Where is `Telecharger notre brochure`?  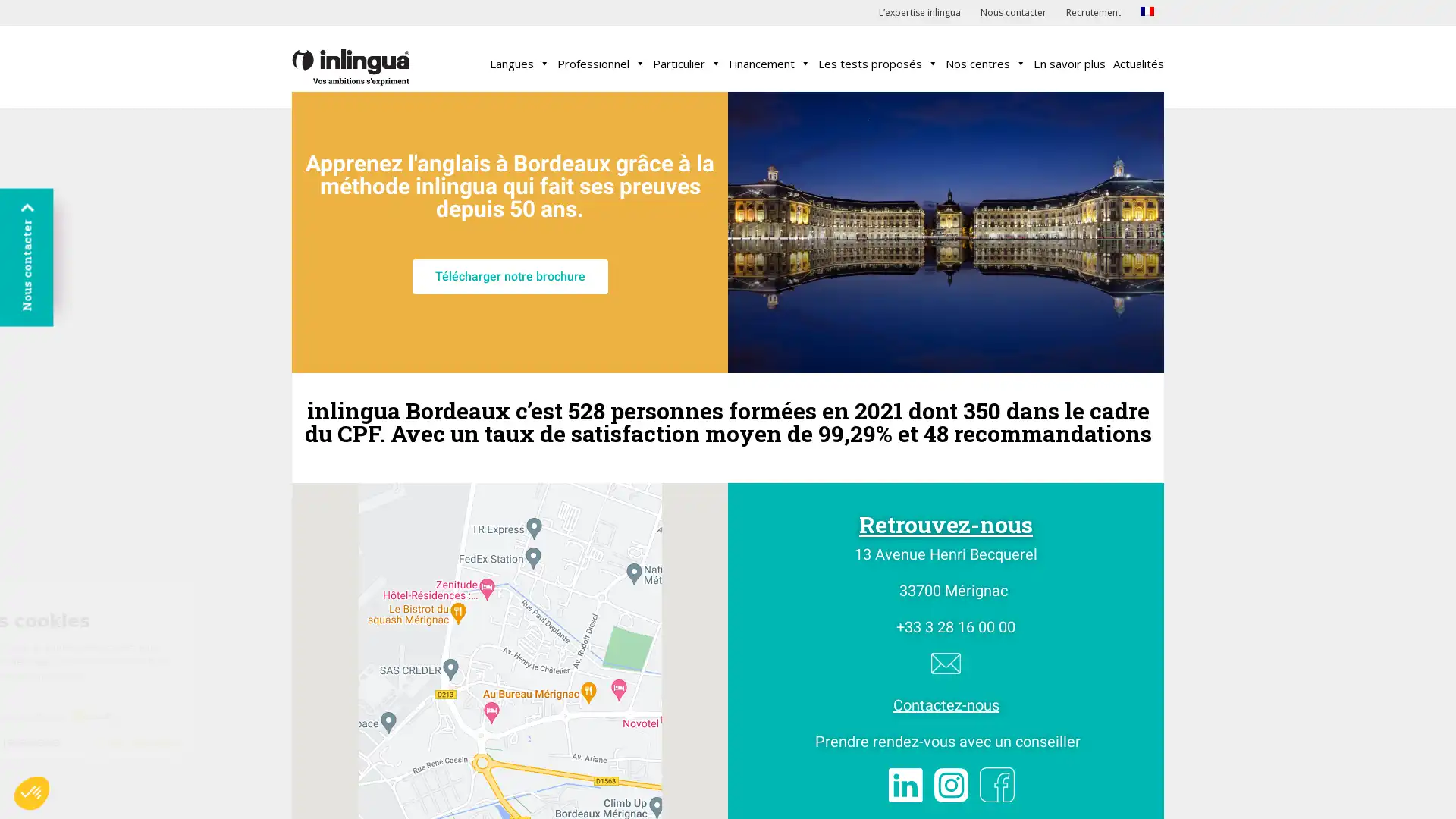 Telecharger notre brochure is located at coordinates (510, 277).